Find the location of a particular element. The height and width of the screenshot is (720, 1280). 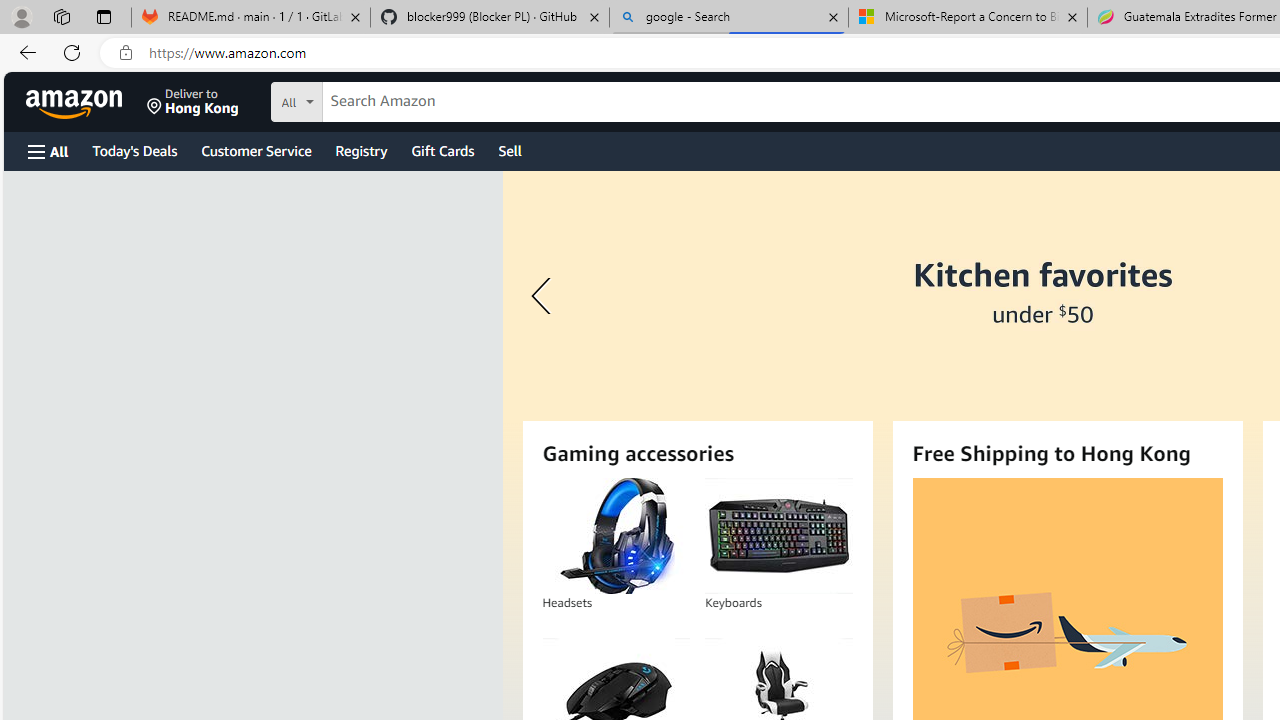

'Gift Cards' is located at coordinates (441, 149).